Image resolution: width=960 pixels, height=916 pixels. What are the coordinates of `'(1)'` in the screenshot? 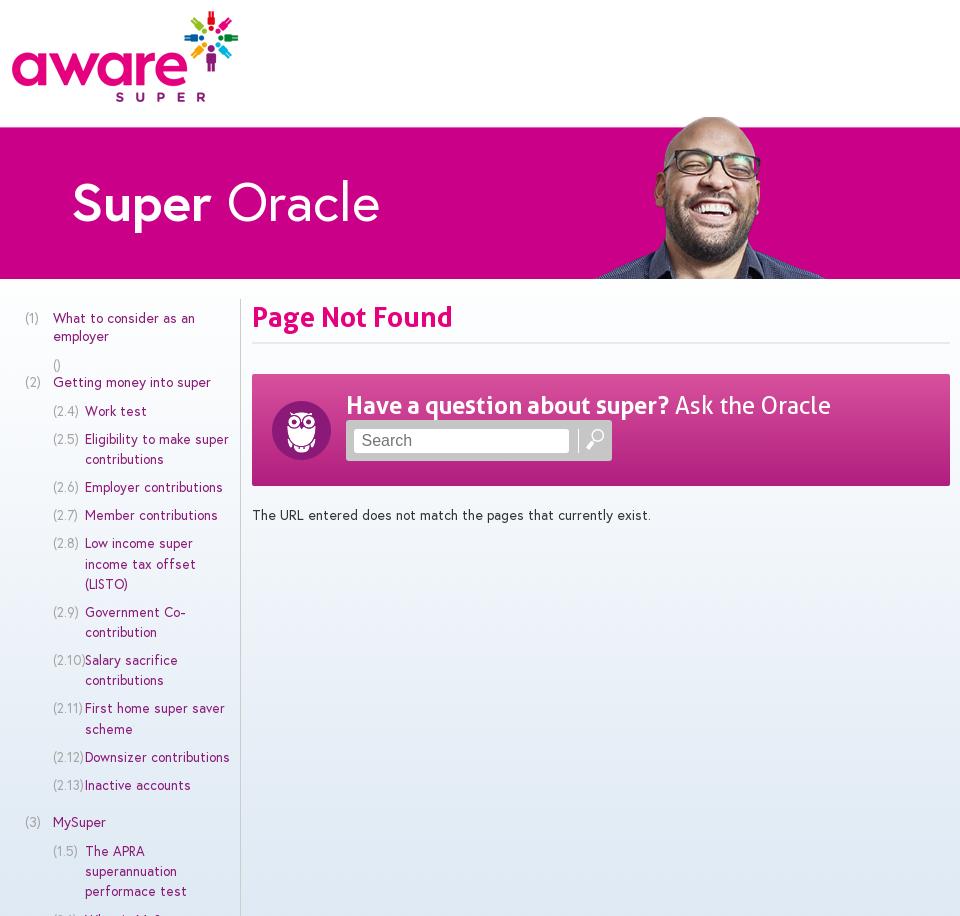 It's located at (30, 316).